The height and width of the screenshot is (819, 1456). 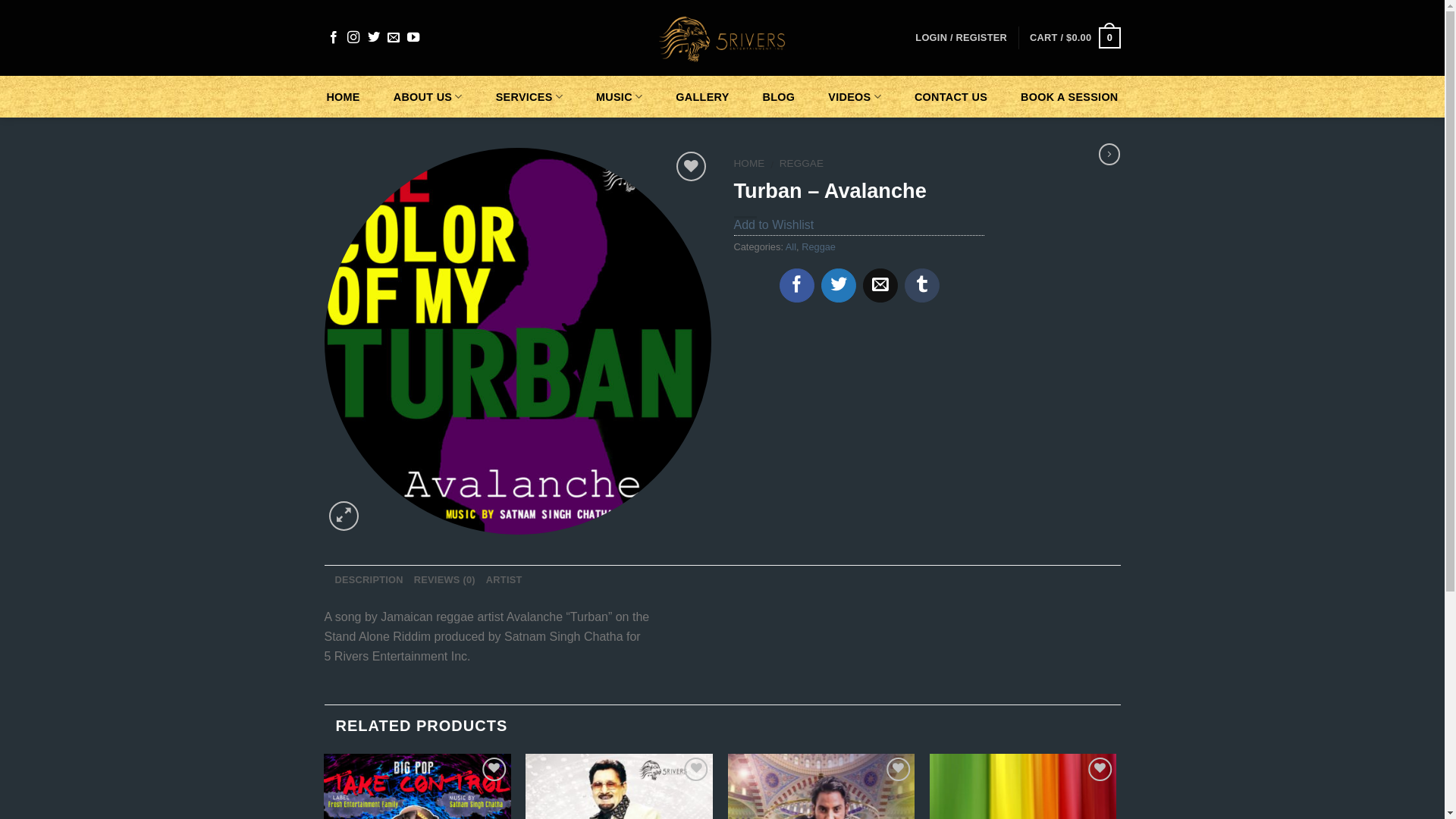 I want to click on 'VIDEOS', so click(x=855, y=96).